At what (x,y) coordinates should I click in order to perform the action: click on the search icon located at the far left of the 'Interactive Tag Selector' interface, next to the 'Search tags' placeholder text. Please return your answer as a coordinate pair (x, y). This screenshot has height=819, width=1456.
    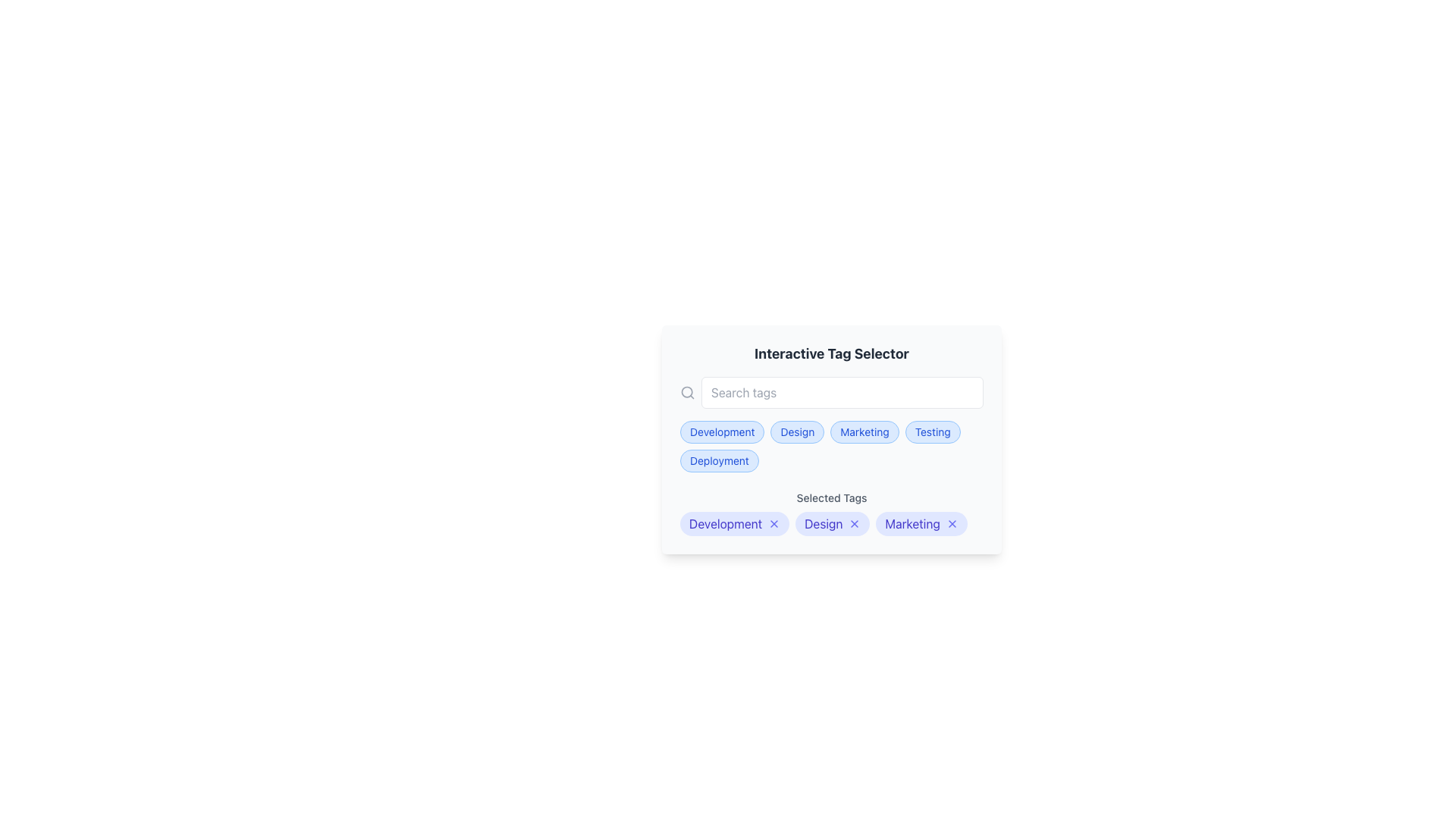
    Looking at the image, I should click on (687, 391).